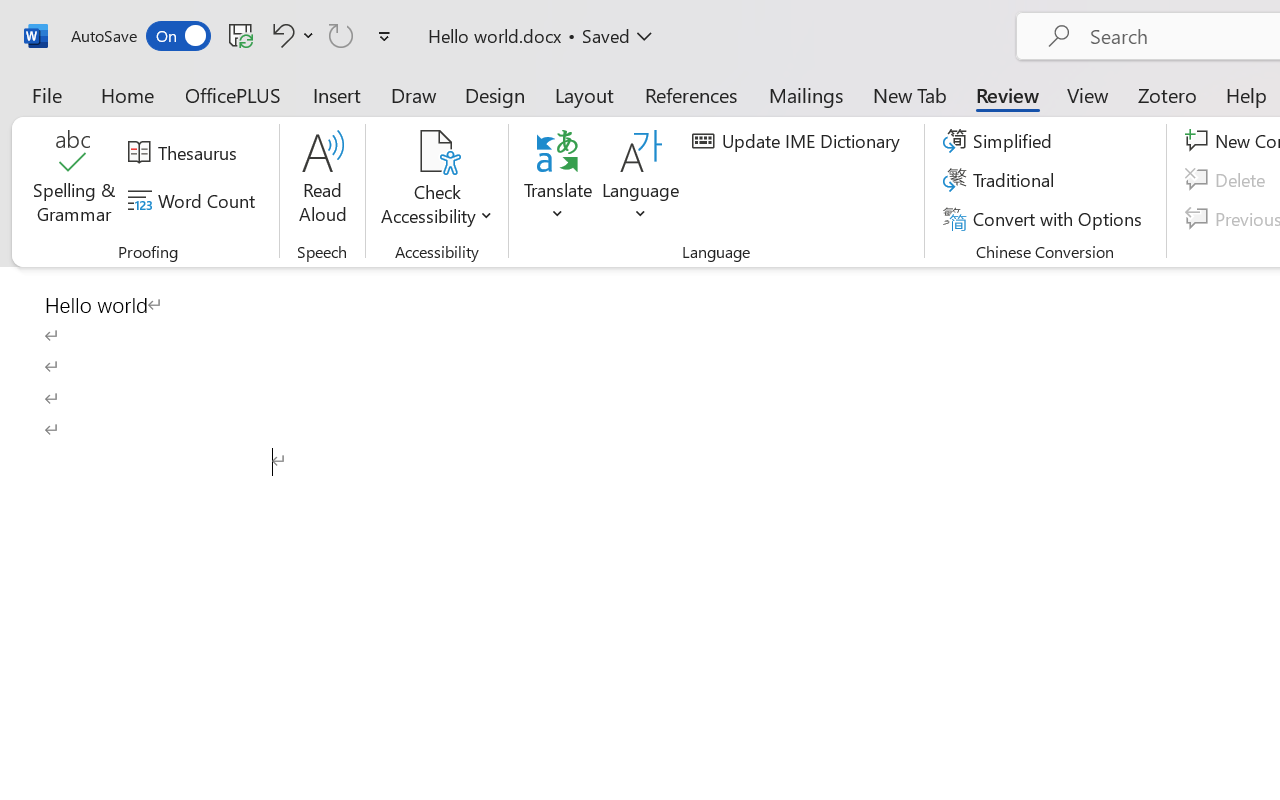 The width and height of the screenshot is (1280, 800). I want to click on 'Can', so click(341, 34).